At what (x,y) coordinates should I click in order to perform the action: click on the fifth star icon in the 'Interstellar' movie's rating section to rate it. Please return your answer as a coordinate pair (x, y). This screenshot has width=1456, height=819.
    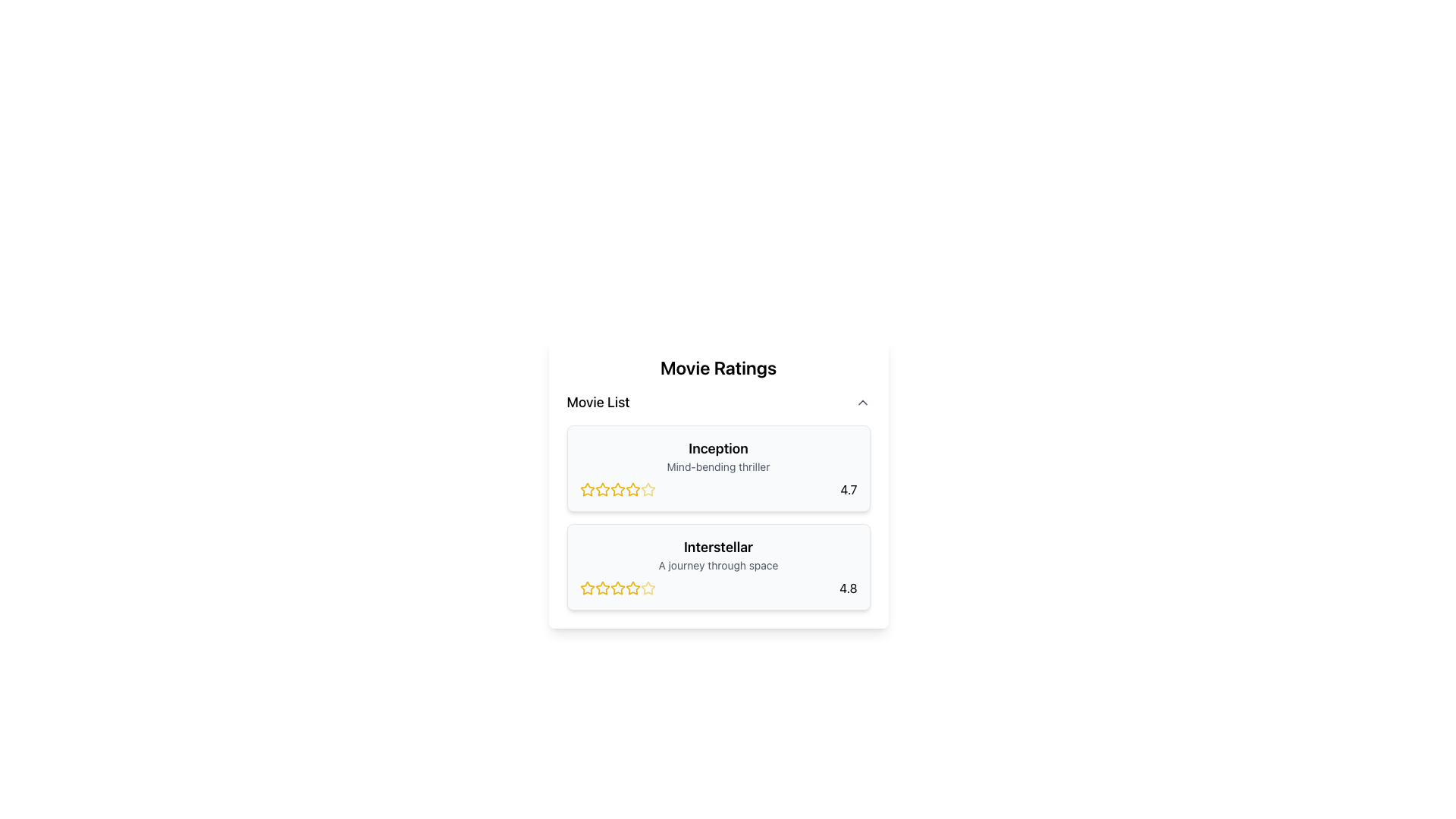
    Looking at the image, I should click on (648, 587).